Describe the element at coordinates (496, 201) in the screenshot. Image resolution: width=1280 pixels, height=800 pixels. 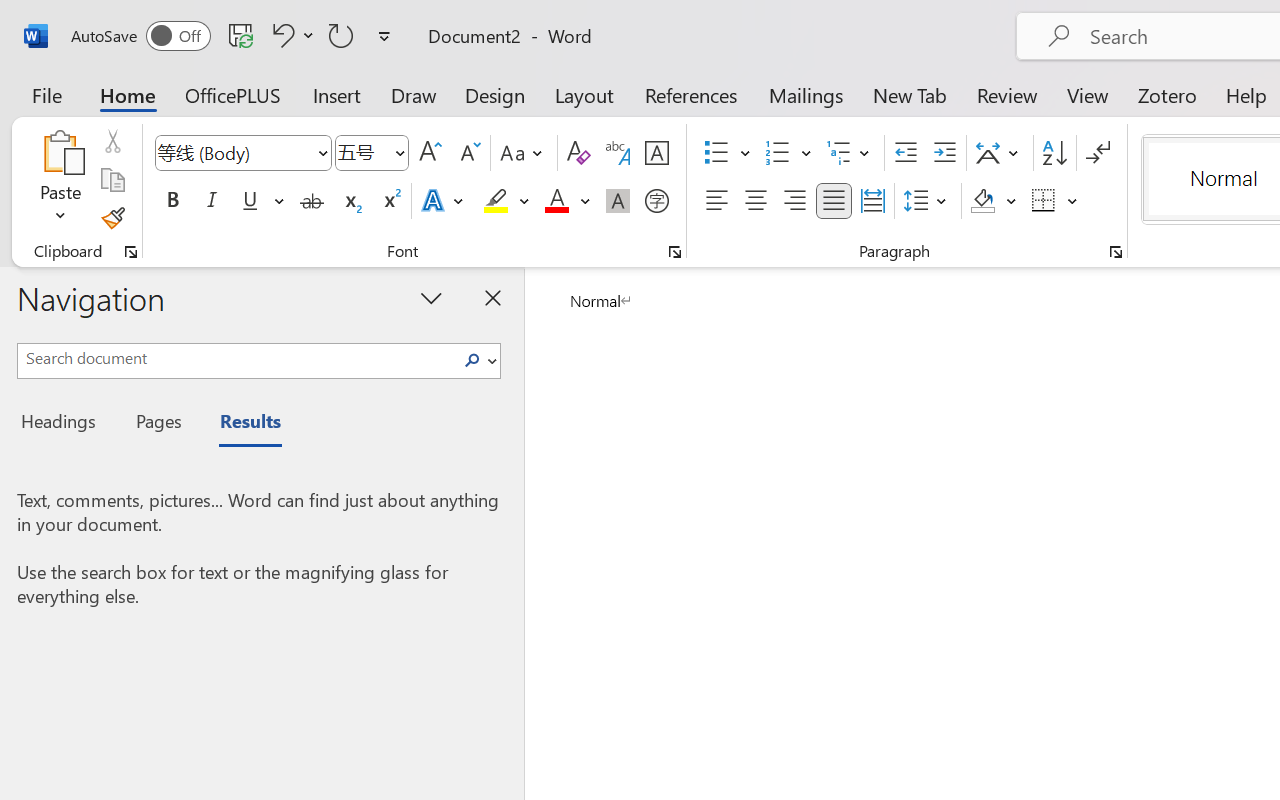
I see `'Text Highlight Color Yellow'` at that location.